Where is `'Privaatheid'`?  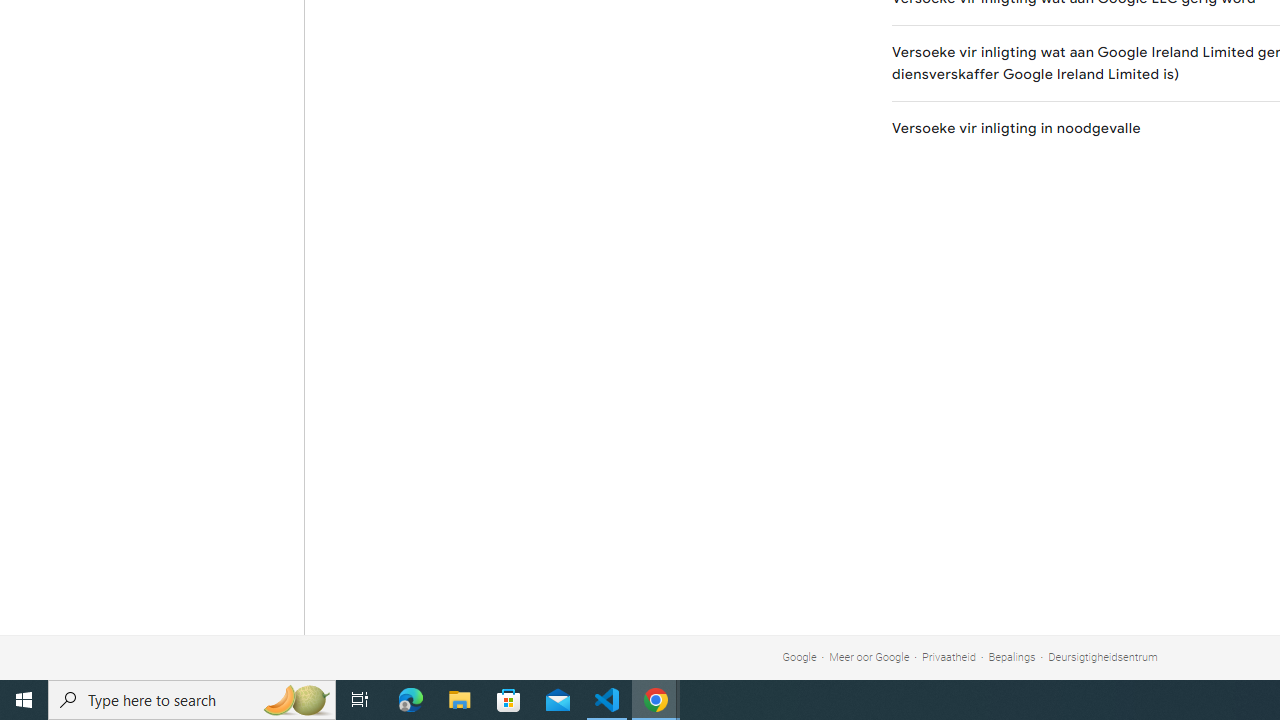
'Privaatheid' is located at coordinates (947, 657).